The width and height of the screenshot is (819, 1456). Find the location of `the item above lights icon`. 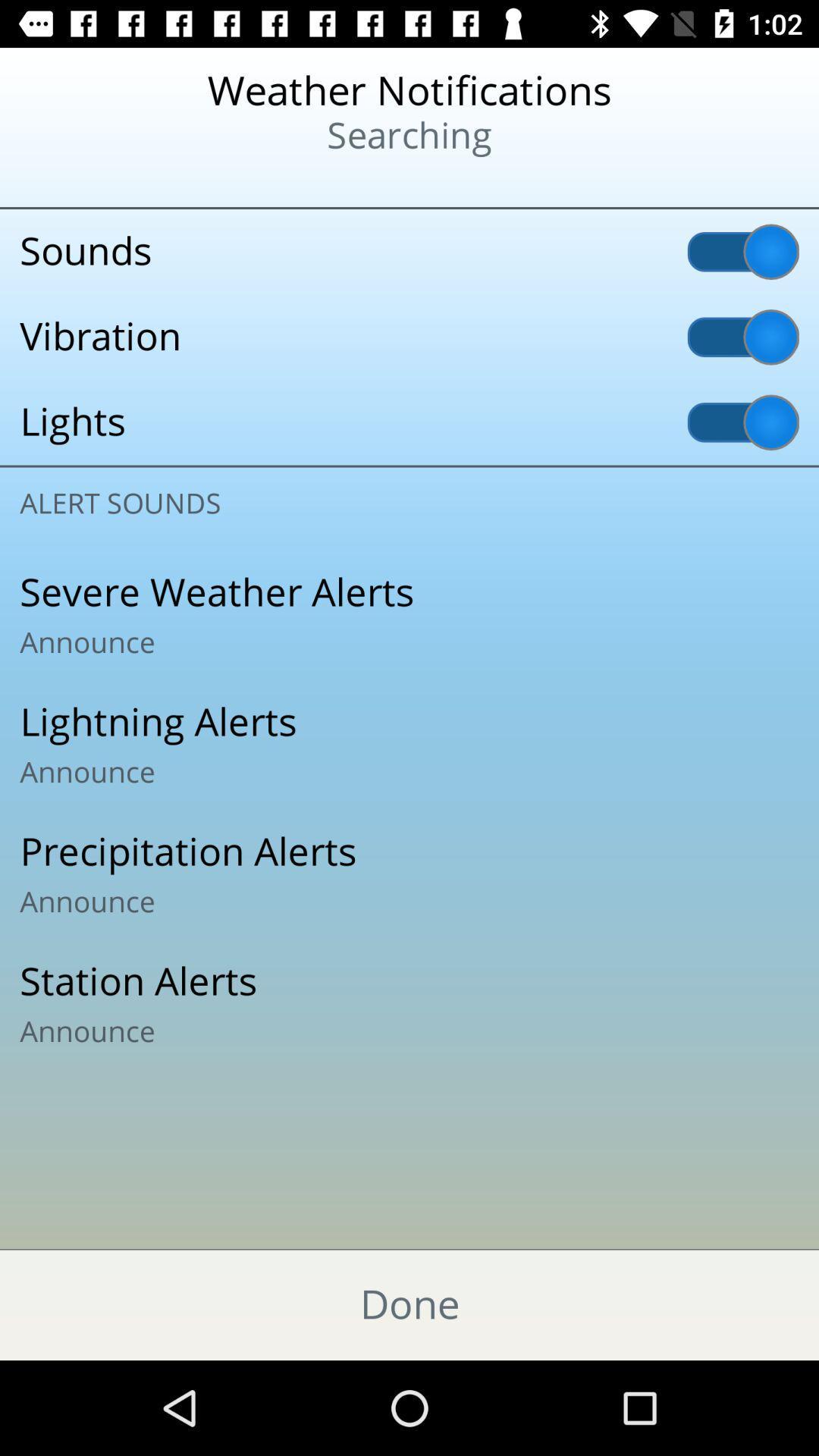

the item above lights icon is located at coordinates (409, 336).